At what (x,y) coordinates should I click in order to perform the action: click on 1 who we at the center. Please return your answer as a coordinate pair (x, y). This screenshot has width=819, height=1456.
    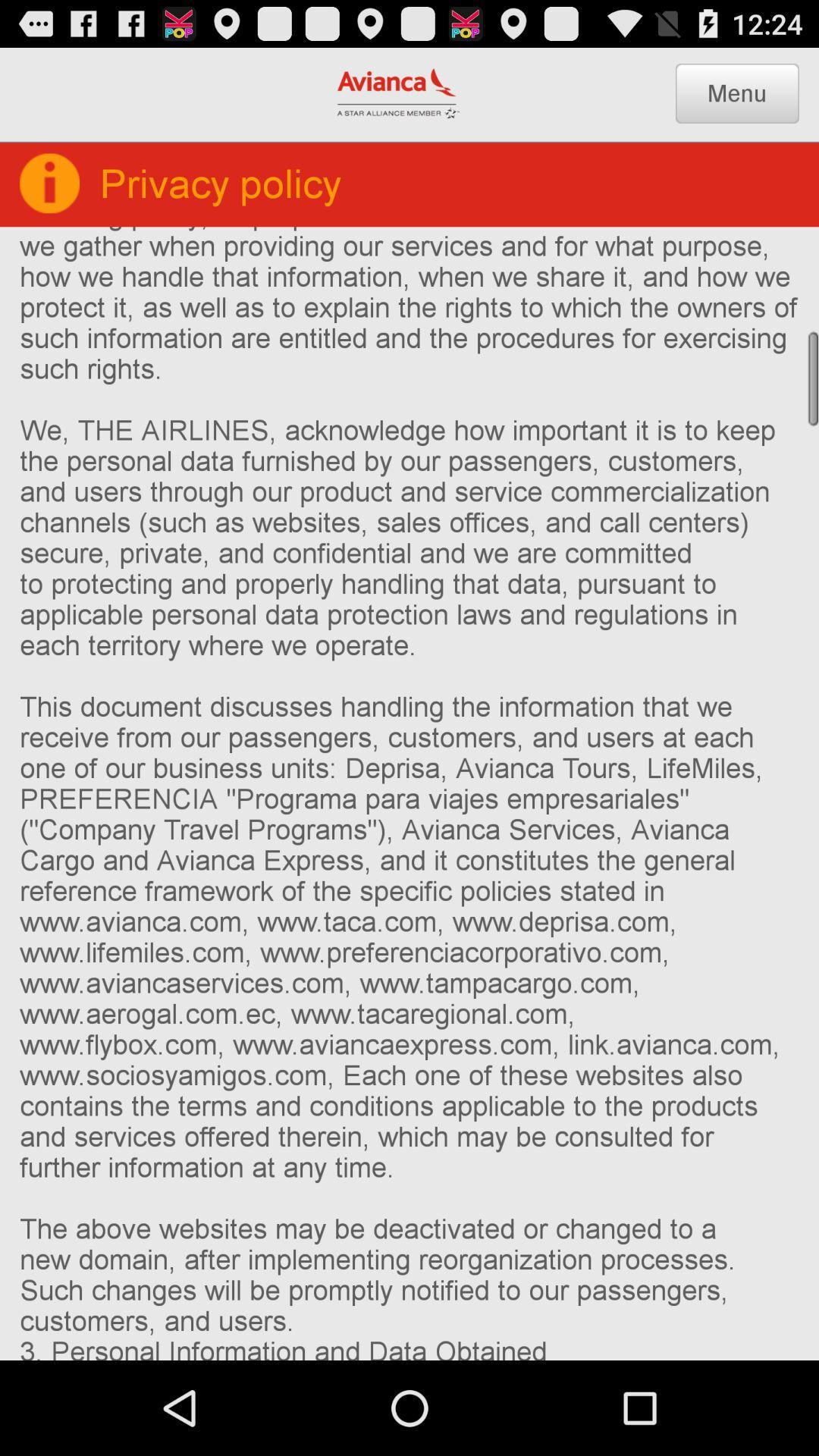
    Looking at the image, I should click on (409, 792).